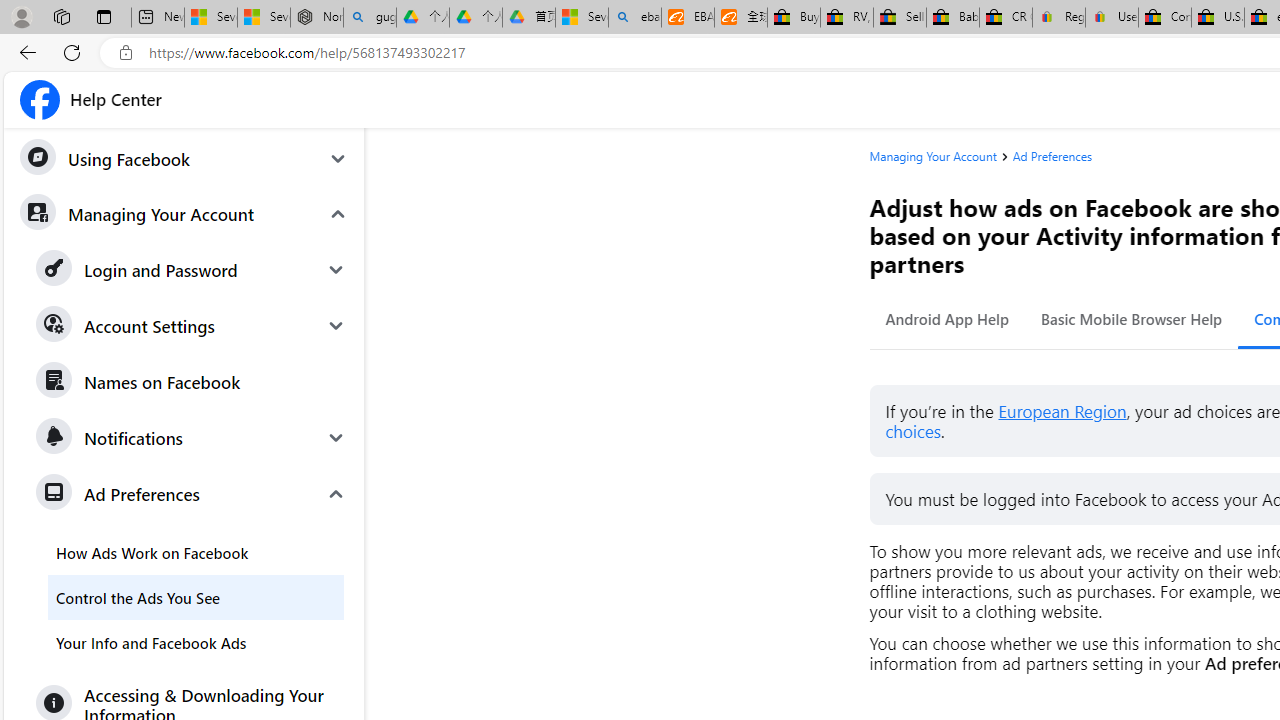 This screenshot has height=720, width=1280. What do you see at coordinates (183, 158) in the screenshot?
I see `'Using Facebook'` at bounding box center [183, 158].